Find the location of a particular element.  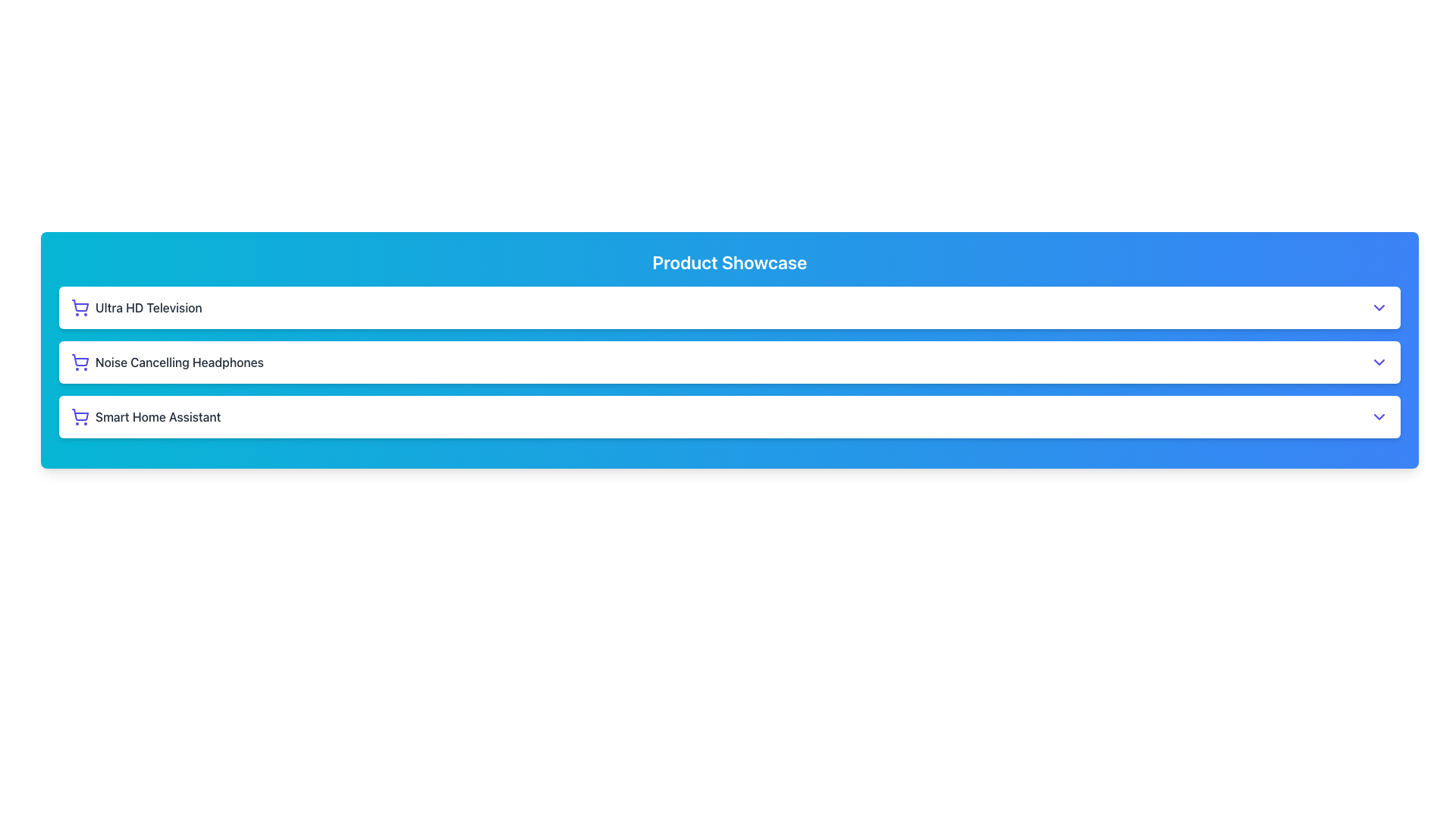

basket section of the shopping cart icon located at the top-left corner of the 'Ultra HD Television' product entry is located at coordinates (79, 306).